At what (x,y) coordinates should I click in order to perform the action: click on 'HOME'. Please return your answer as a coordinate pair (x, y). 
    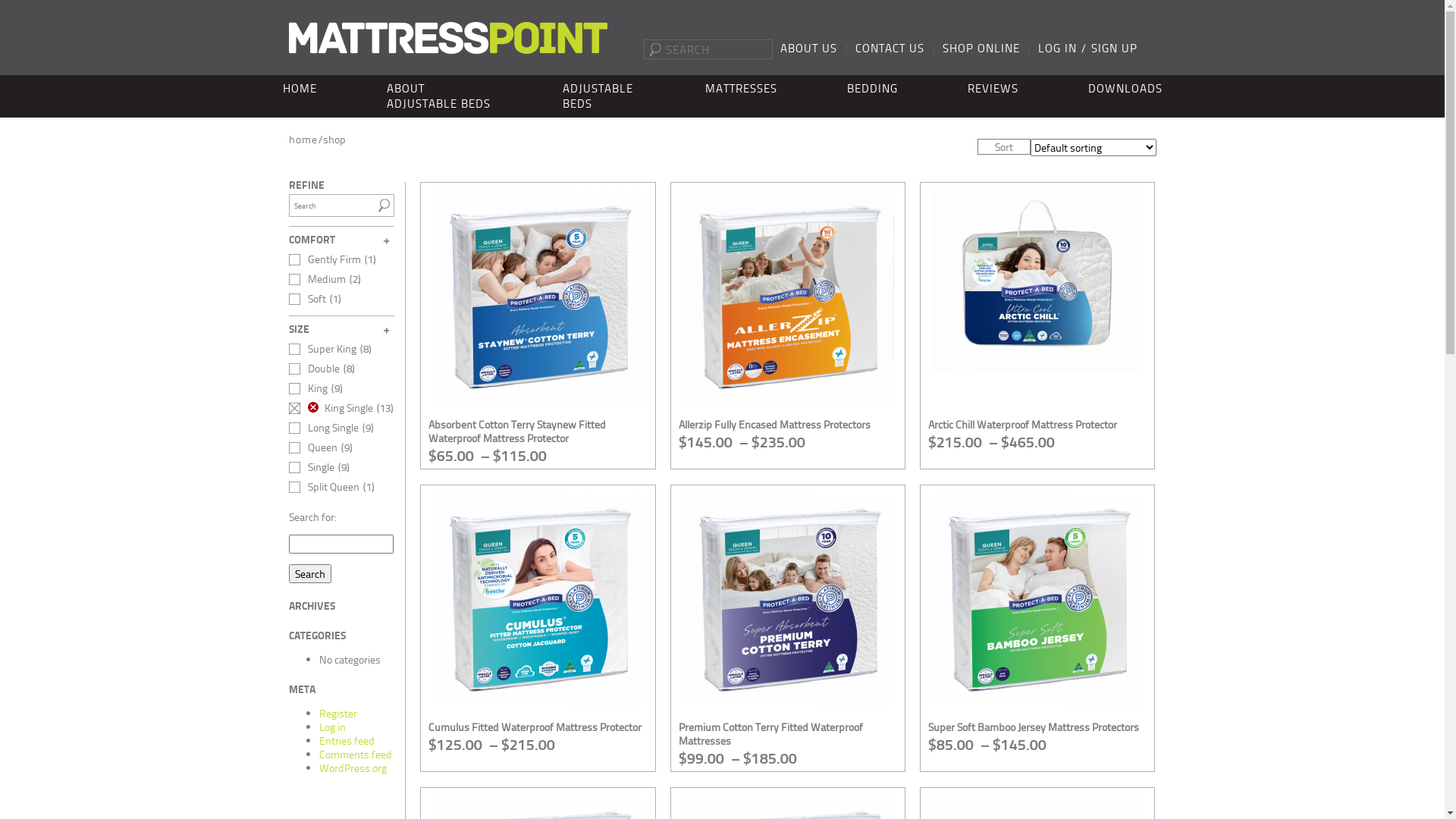
    Looking at the image, I should click on (299, 88).